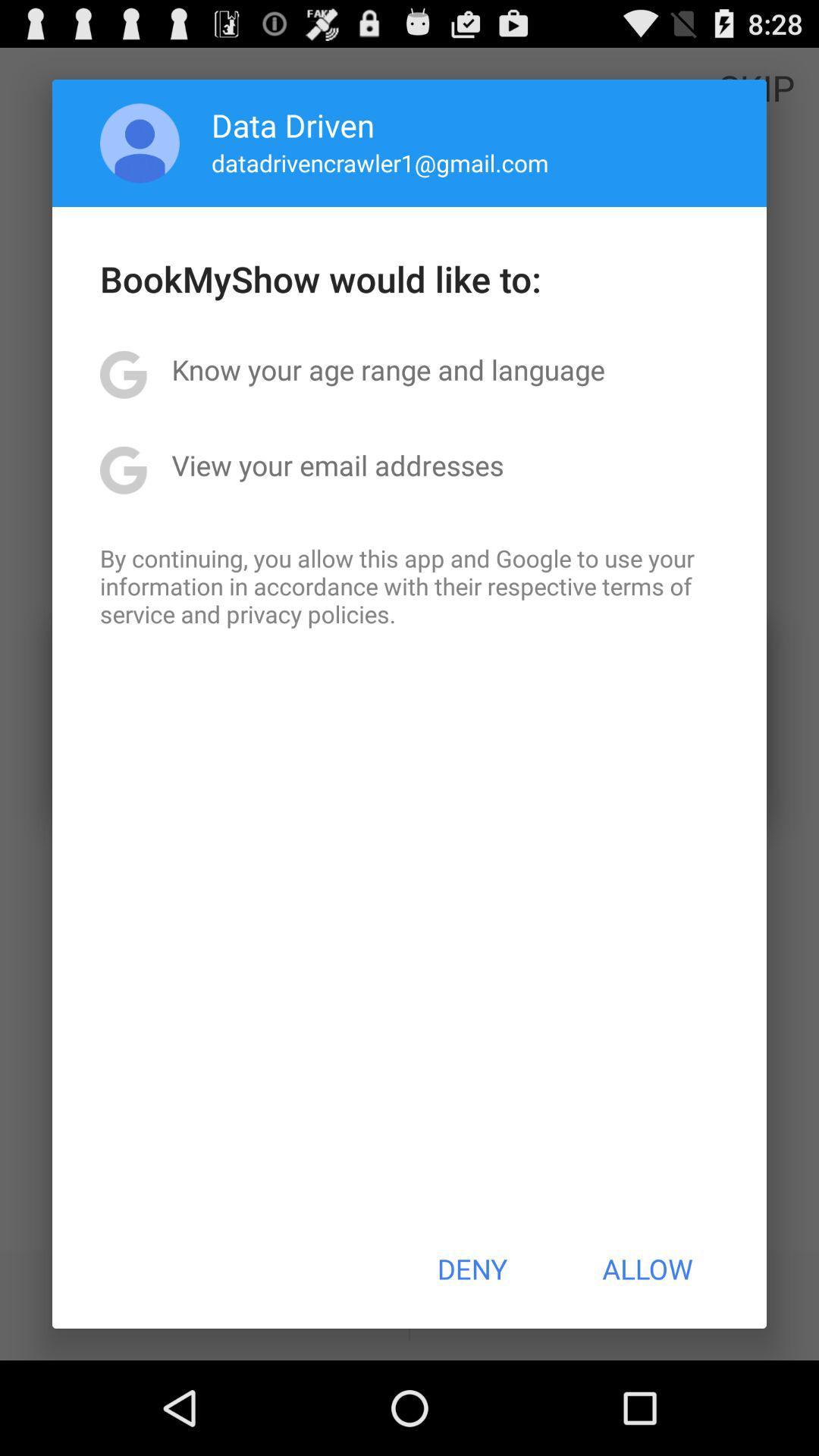 Image resolution: width=819 pixels, height=1456 pixels. Describe the element at coordinates (337, 464) in the screenshot. I see `view your email app` at that location.